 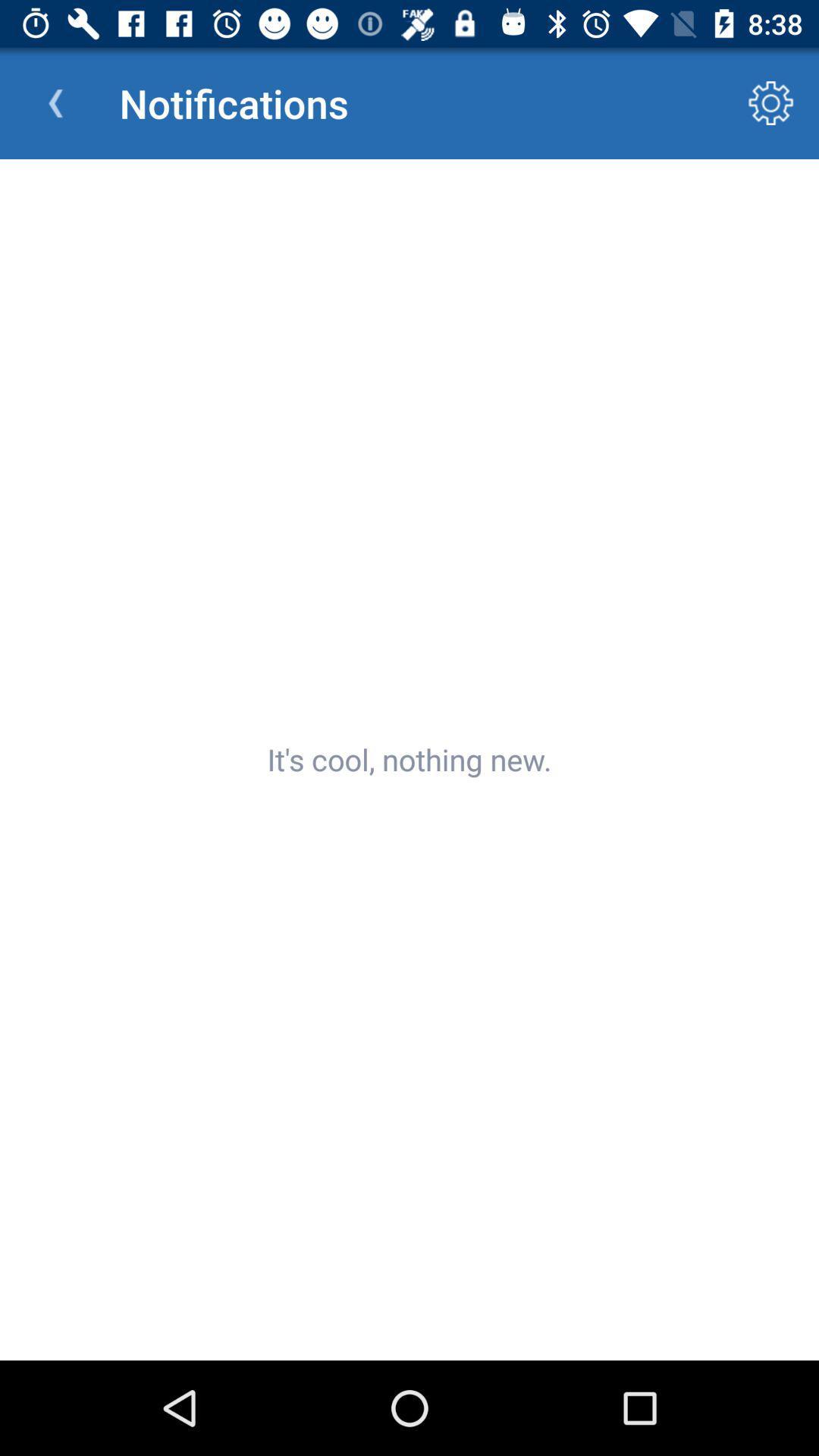 I want to click on the icon next to notifications, so click(x=771, y=102).